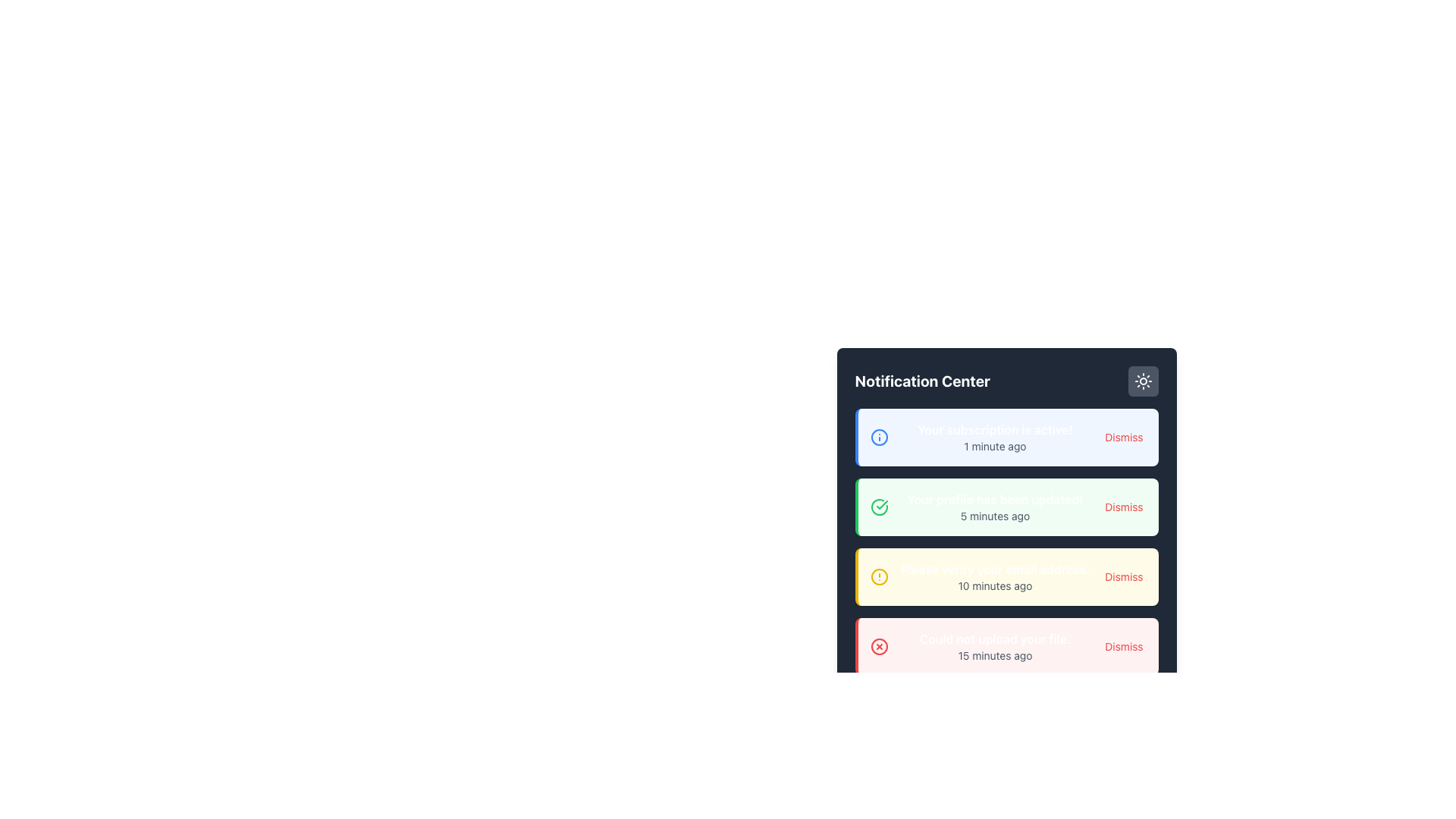 The image size is (1456, 819). Describe the element at coordinates (995, 585) in the screenshot. I see `the timestamp text label that reads '10 minutes ago', located in the third notification card beneath 'Please verify your email address'` at that location.